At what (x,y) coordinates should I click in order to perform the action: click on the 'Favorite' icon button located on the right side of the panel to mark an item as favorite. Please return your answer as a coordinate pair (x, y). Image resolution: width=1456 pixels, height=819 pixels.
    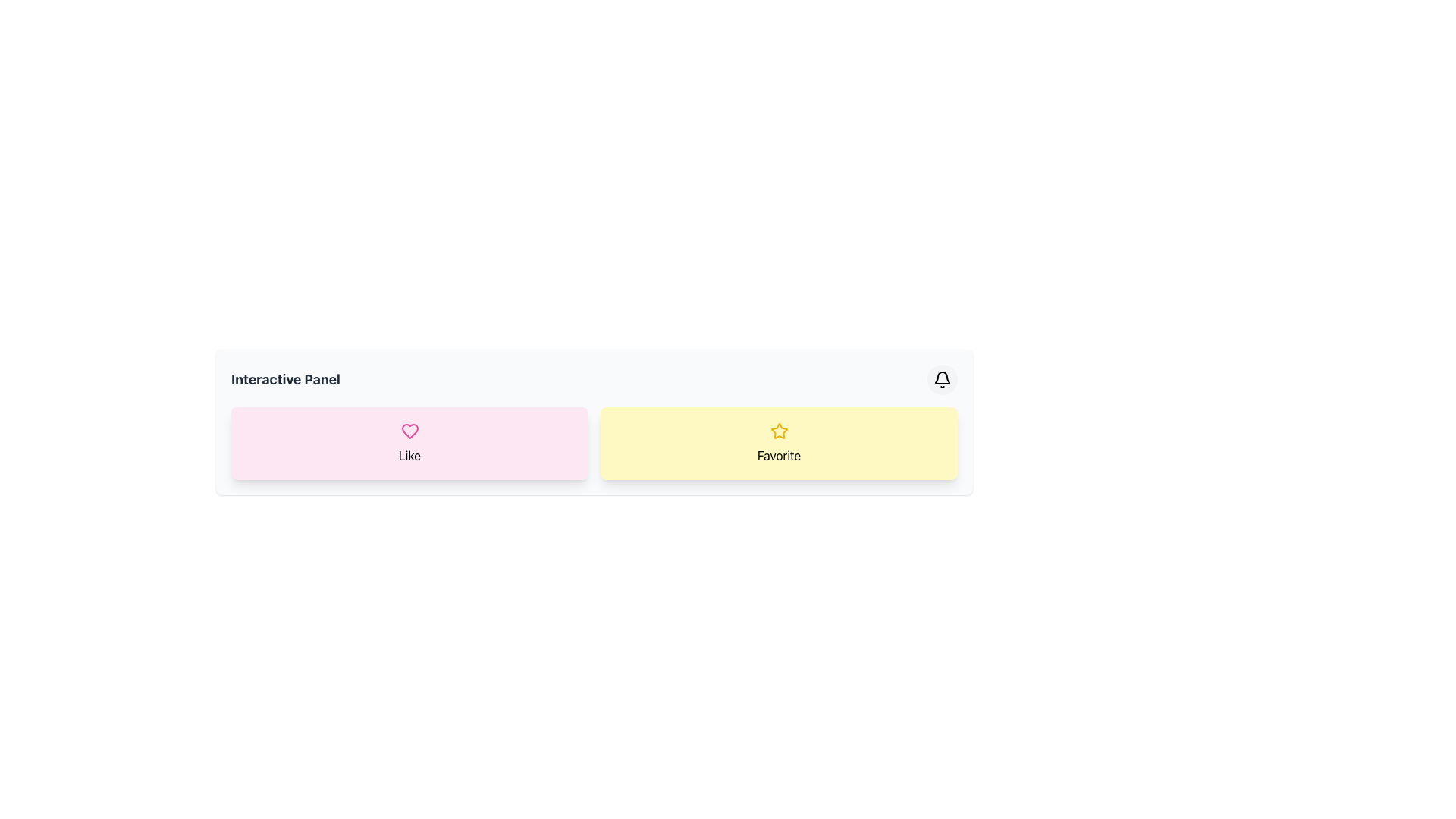
    Looking at the image, I should click on (779, 430).